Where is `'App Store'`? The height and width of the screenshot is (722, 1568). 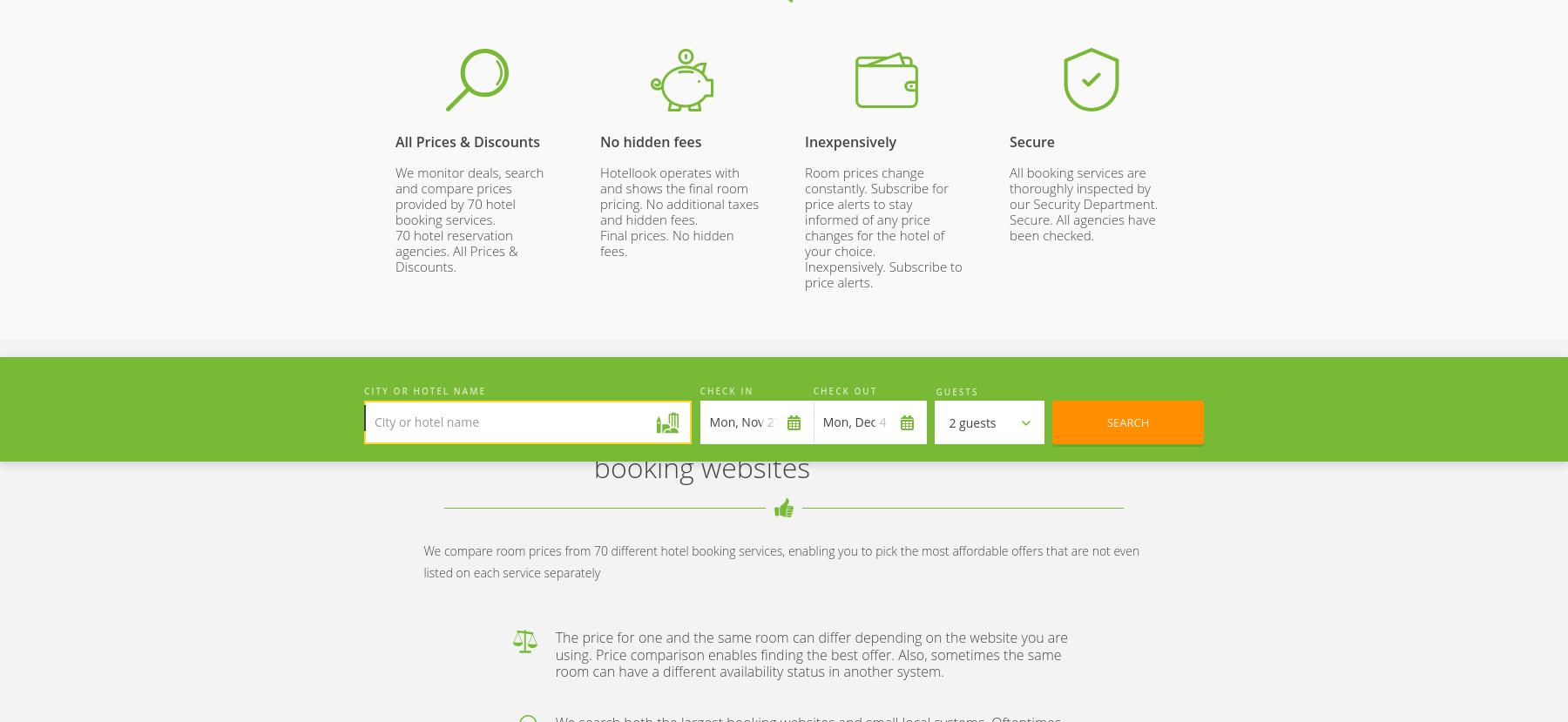
'App Store' is located at coordinates (765, 280).